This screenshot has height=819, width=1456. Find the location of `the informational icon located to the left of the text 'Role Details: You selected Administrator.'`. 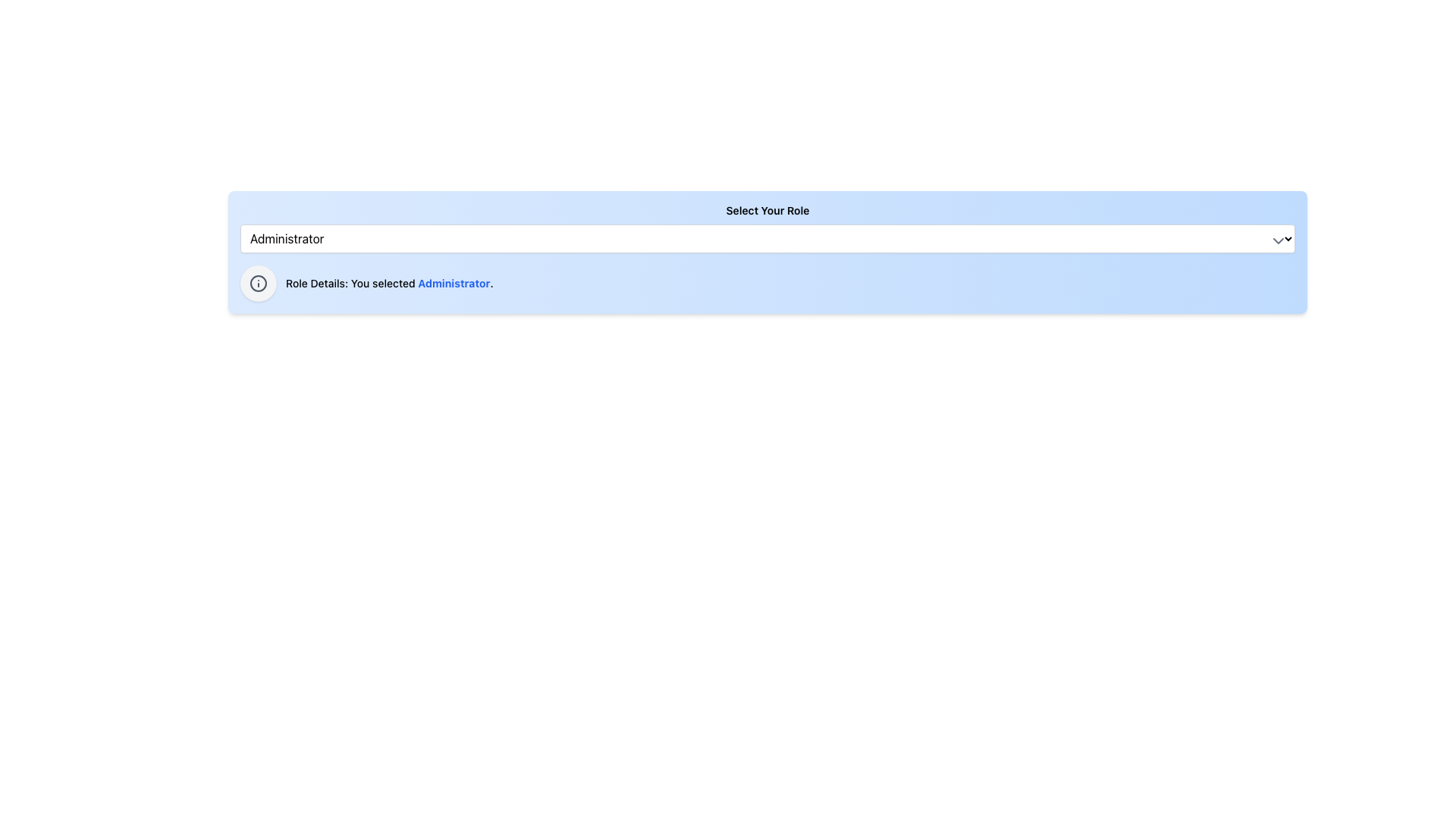

the informational icon located to the left of the text 'Role Details: You selected Administrator.' is located at coordinates (258, 284).